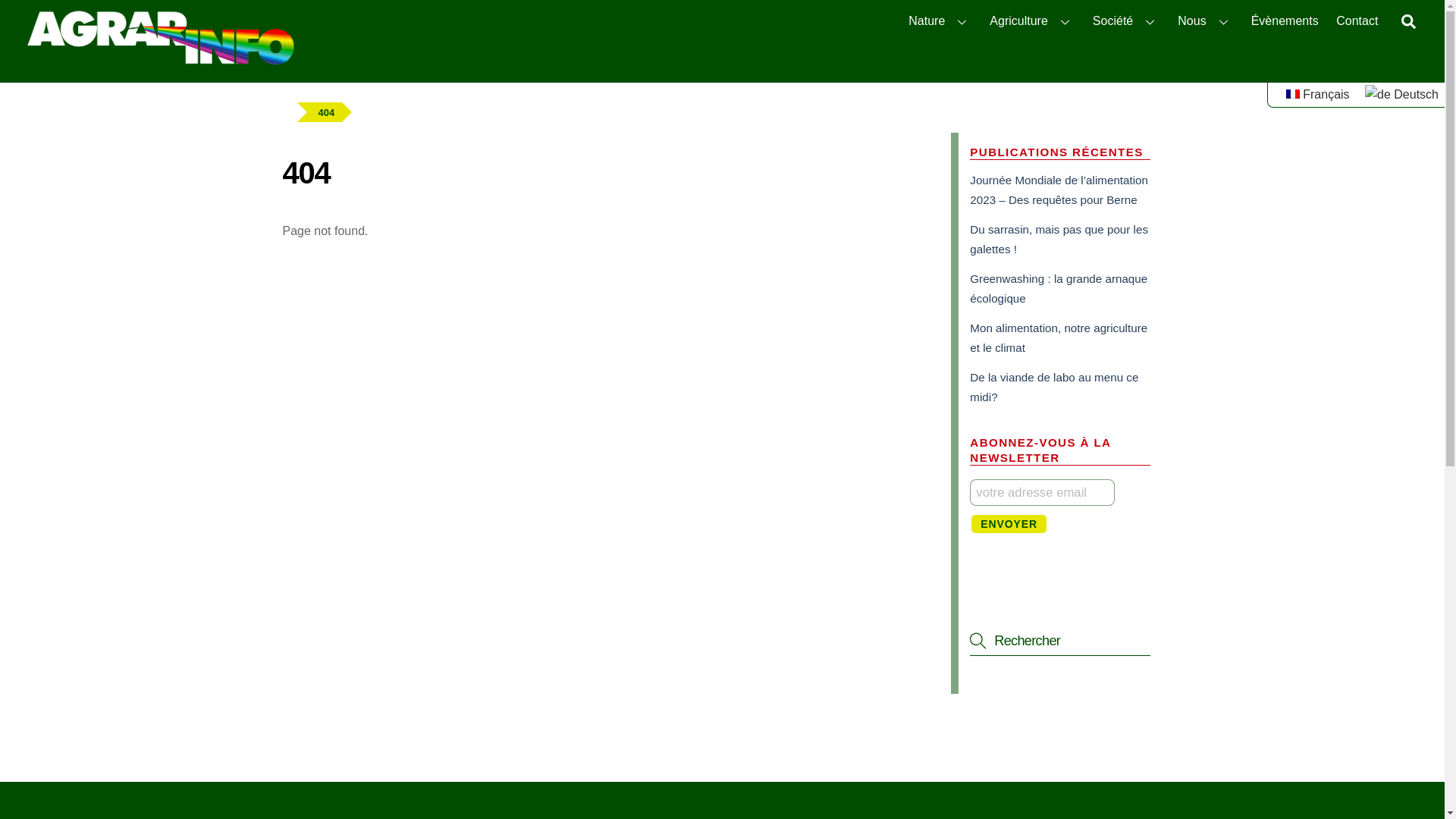 Image resolution: width=1456 pixels, height=819 pixels. What do you see at coordinates (1058, 337) in the screenshot?
I see `'Mon alimentation, notre agriculture et le climat'` at bounding box center [1058, 337].